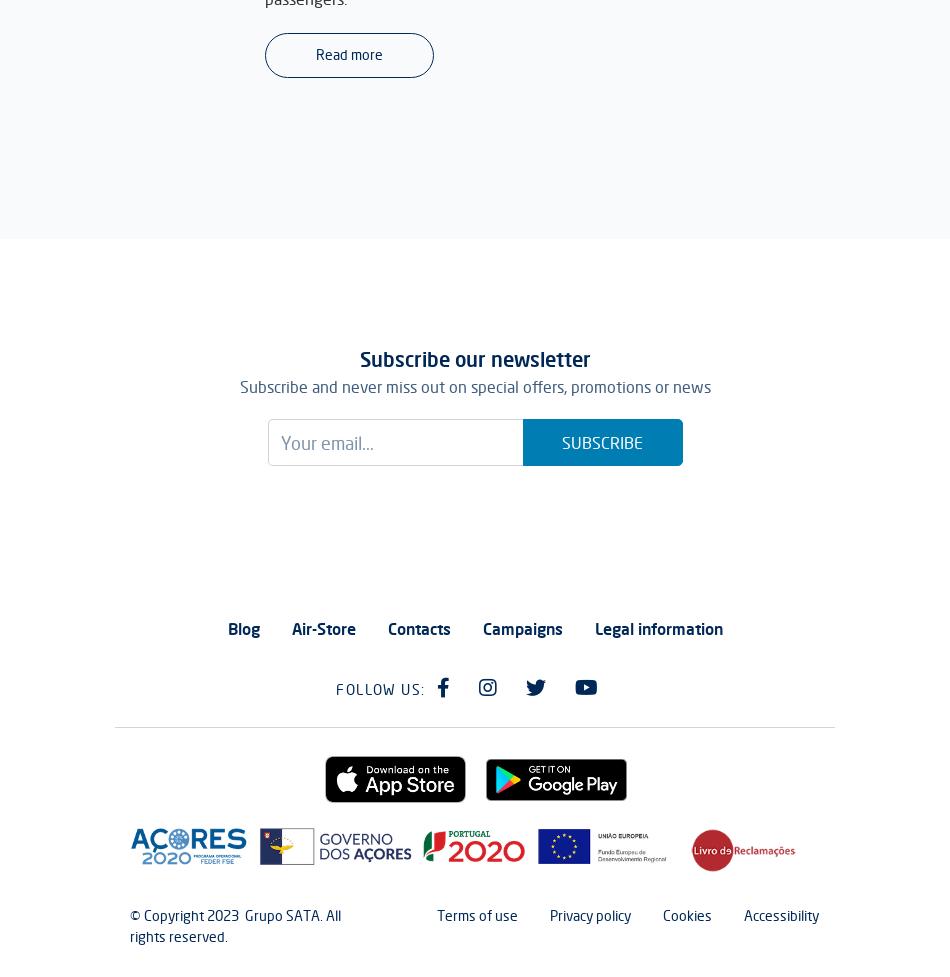  I want to click on 'Read more', so click(291, 54).